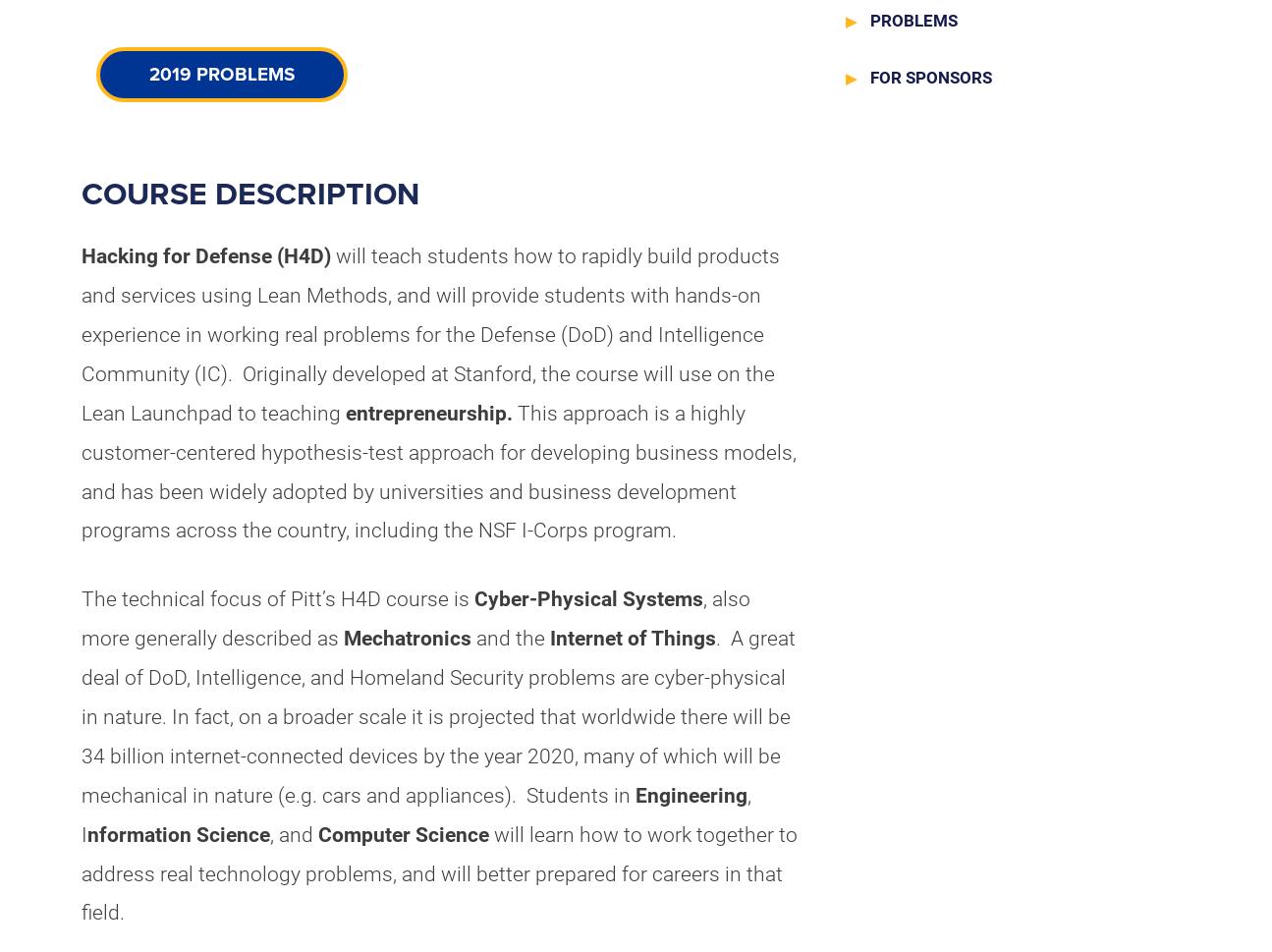 The height and width of the screenshot is (952, 1272). Describe the element at coordinates (437, 872) in the screenshot. I see `'will learn how to work together to address real technology problems, and will better prepared for careers in that field.'` at that location.